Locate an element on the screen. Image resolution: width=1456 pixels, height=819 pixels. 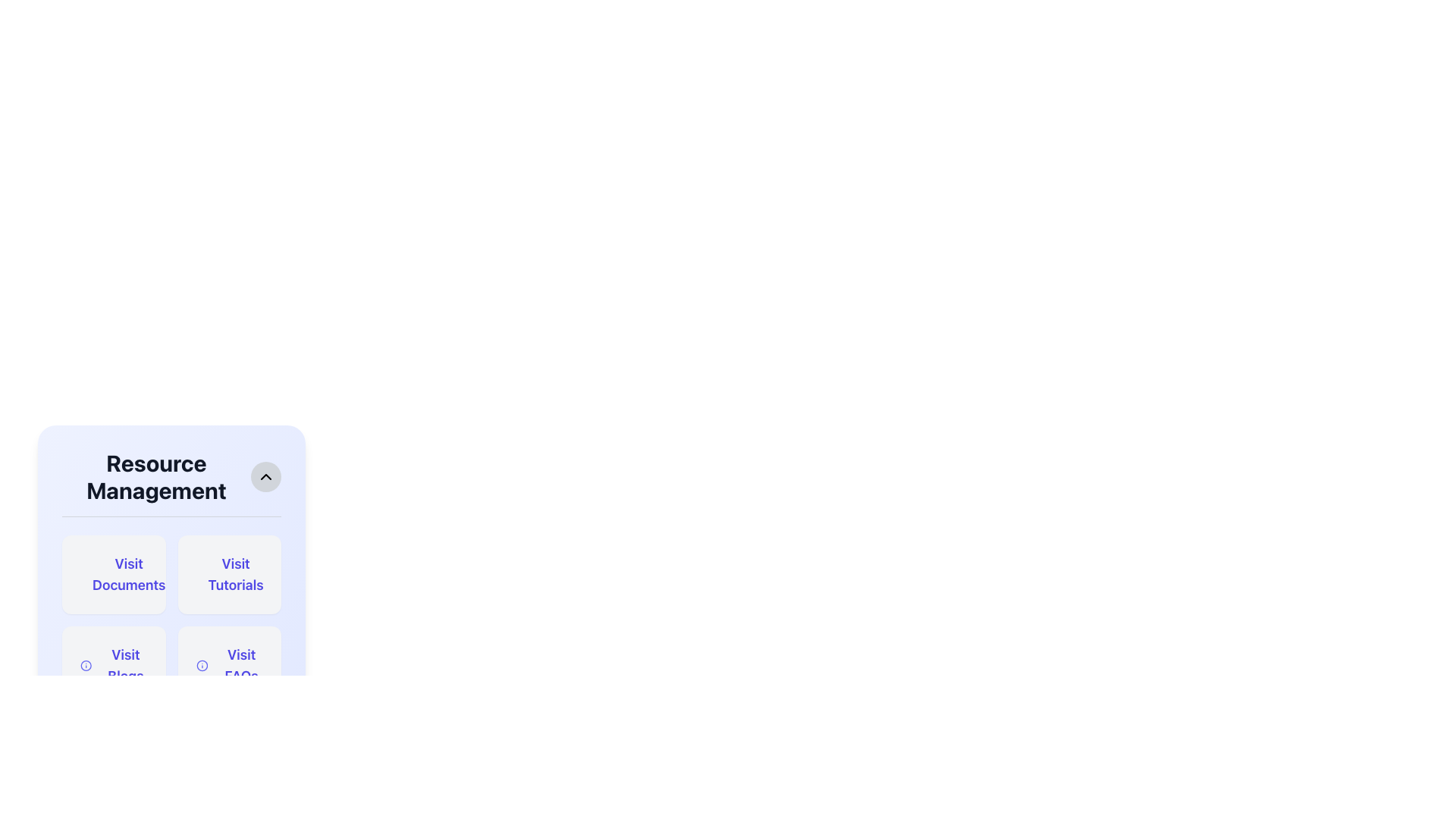
the hyperlink in the top-left corner of the grid under the 'Resource Management' heading is located at coordinates (129, 575).